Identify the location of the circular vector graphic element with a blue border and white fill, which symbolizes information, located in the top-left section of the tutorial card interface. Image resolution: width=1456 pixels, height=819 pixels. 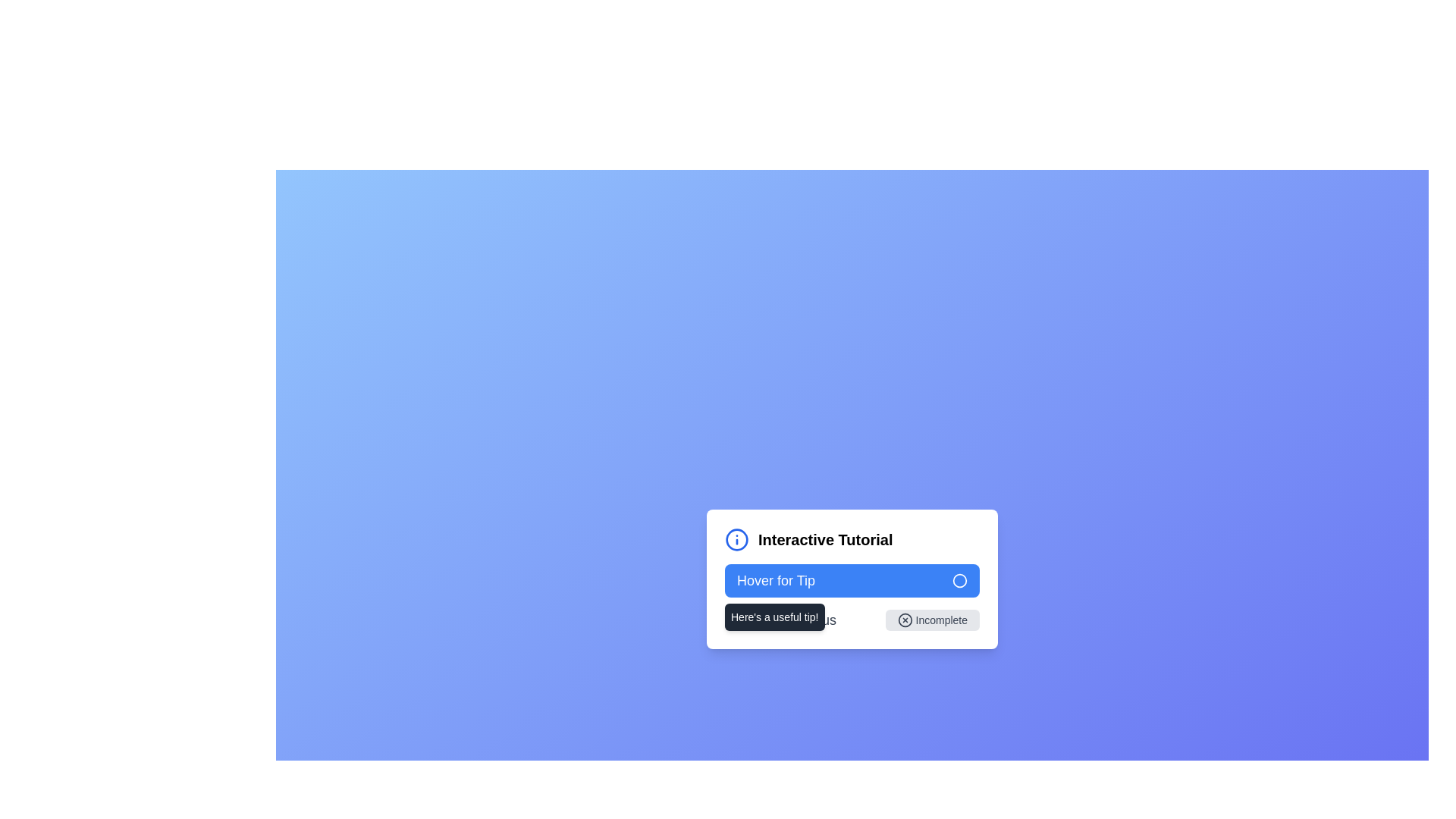
(736, 539).